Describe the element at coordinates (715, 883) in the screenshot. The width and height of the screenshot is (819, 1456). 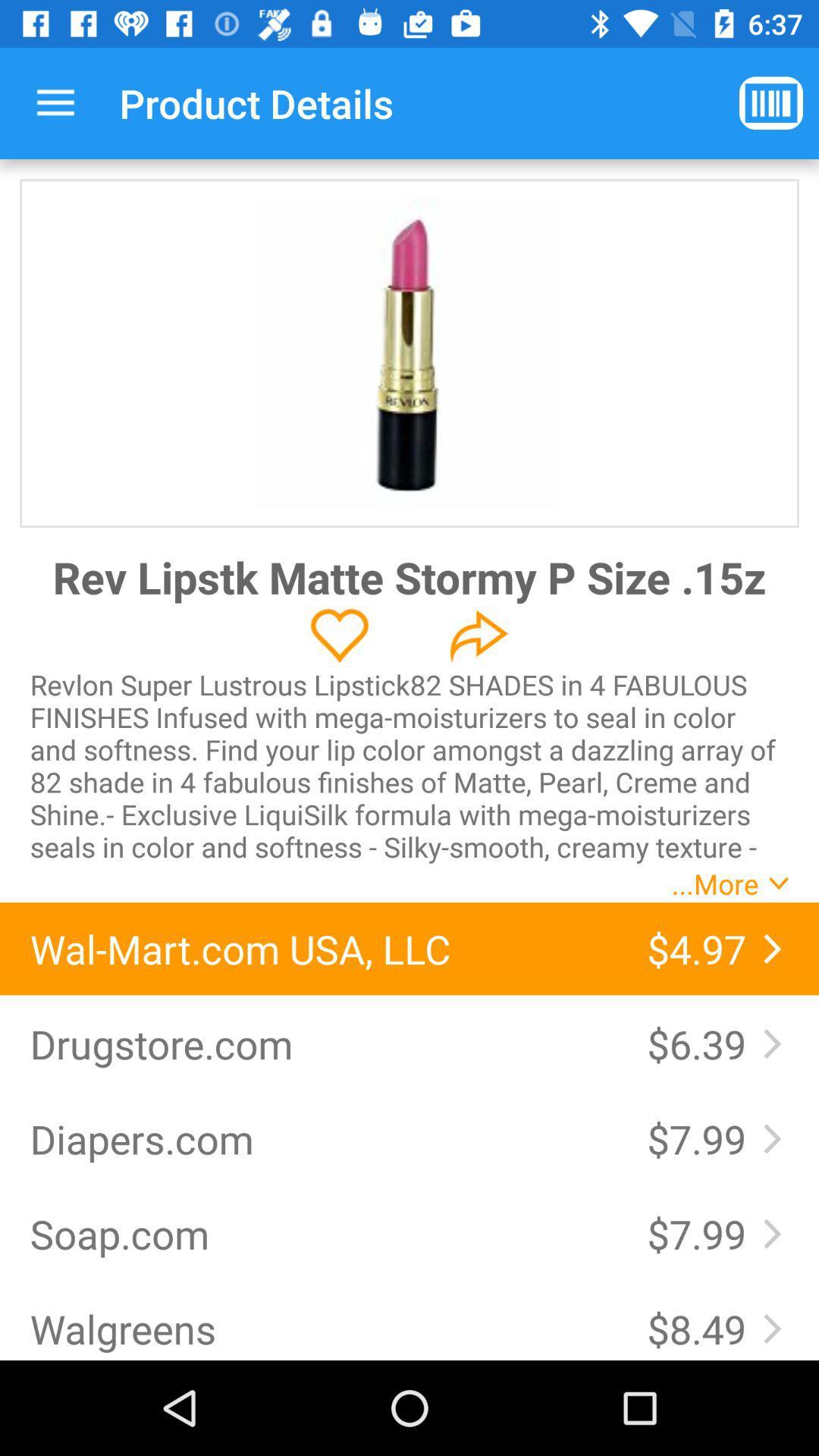
I see `...more` at that location.